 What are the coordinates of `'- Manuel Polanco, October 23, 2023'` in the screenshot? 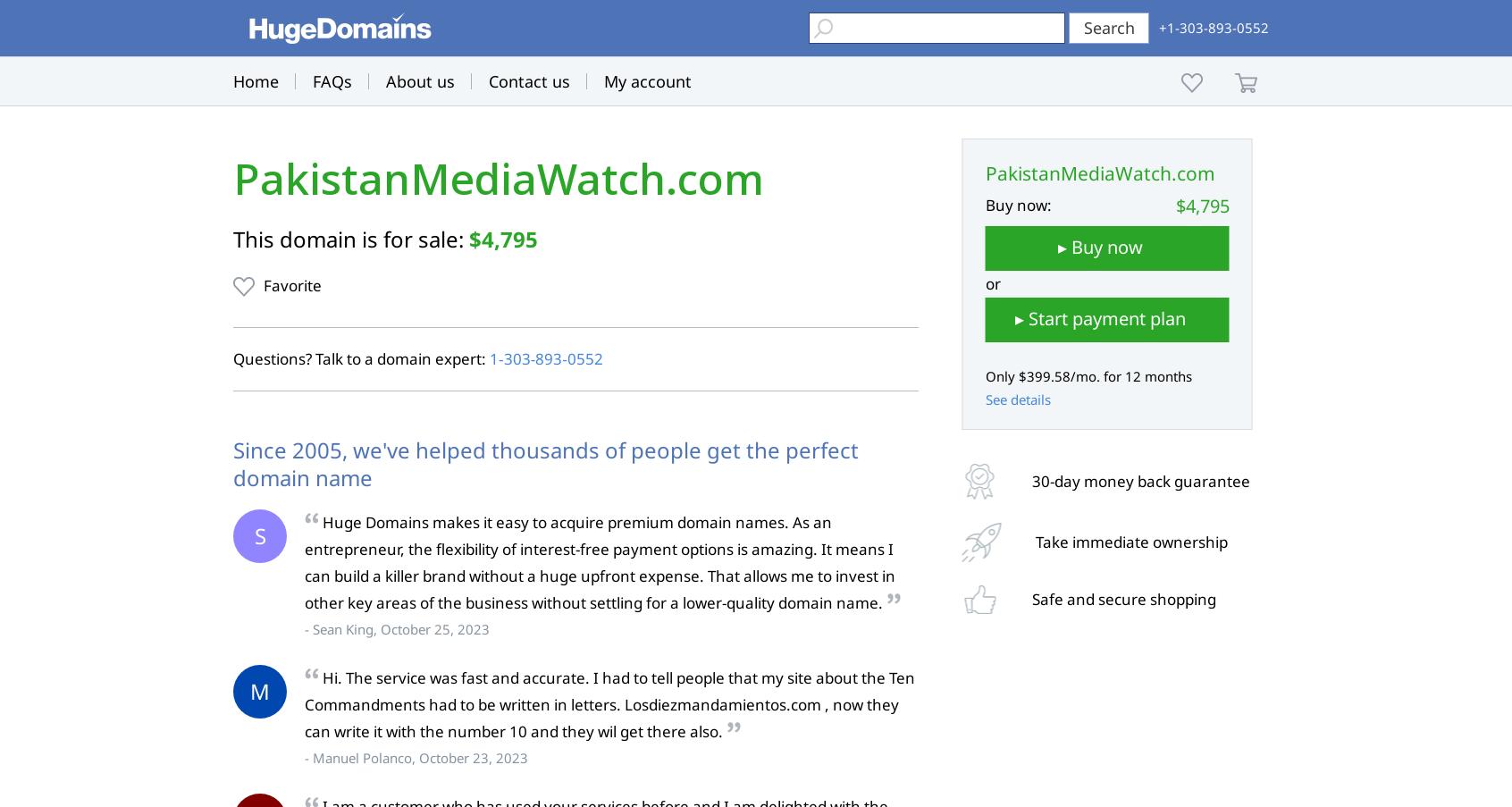 It's located at (415, 758).